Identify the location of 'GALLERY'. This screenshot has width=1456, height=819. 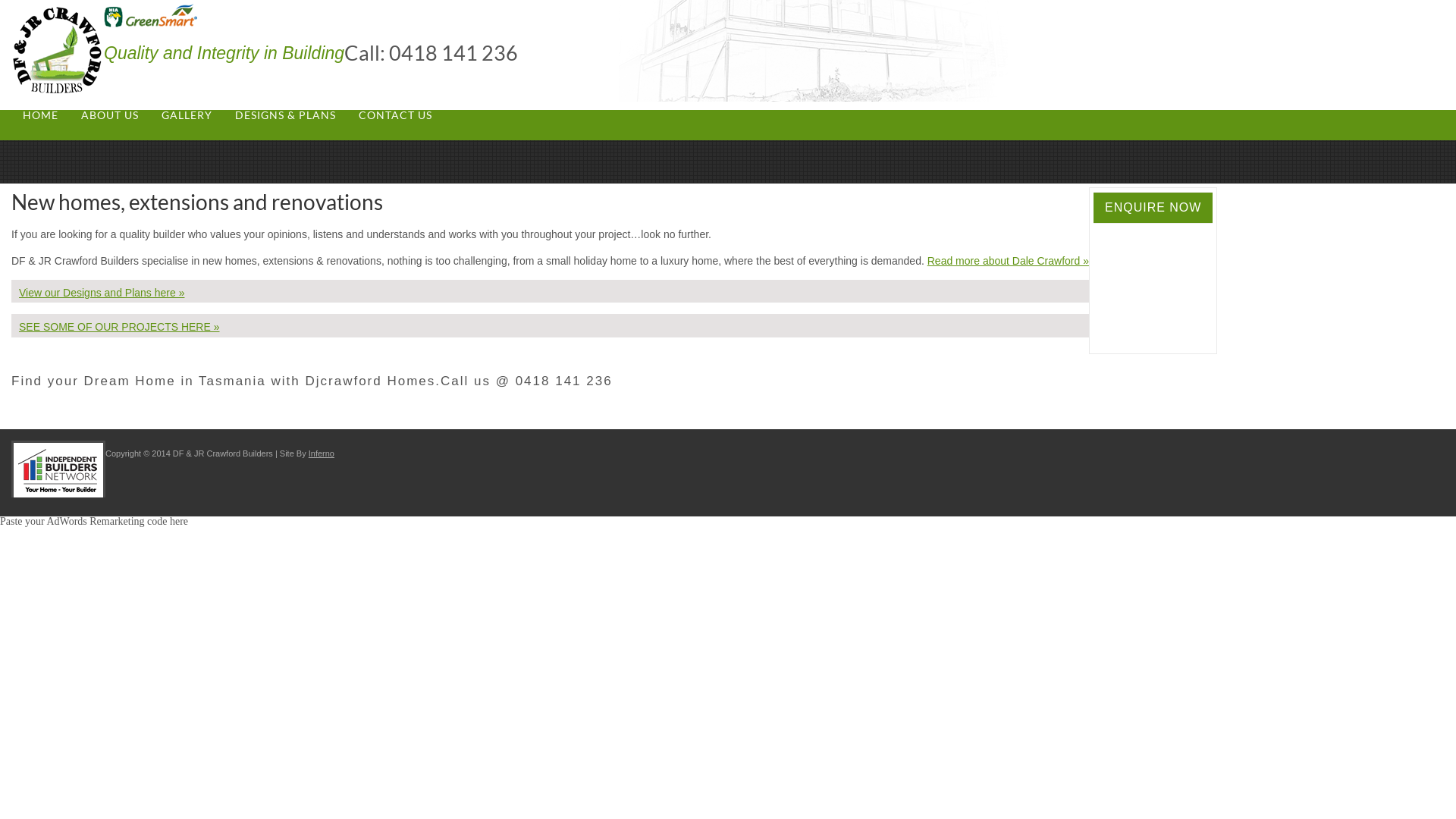
(186, 114).